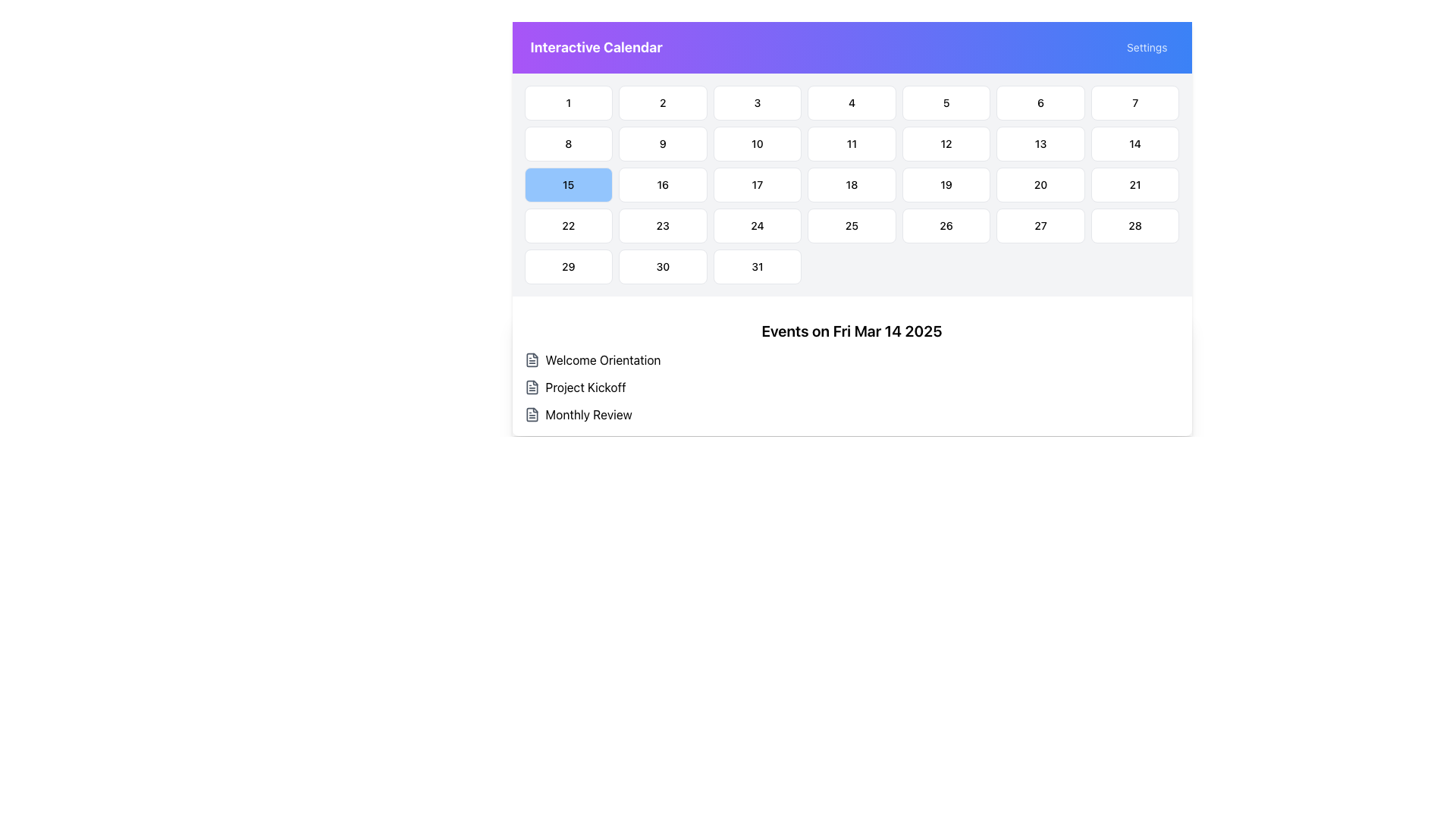 The width and height of the screenshot is (1456, 819). What do you see at coordinates (567, 102) in the screenshot?
I see `the first day of the month in the interactive calendar located in the top-left corner of the calendar layout` at bounding box center [567, 102].